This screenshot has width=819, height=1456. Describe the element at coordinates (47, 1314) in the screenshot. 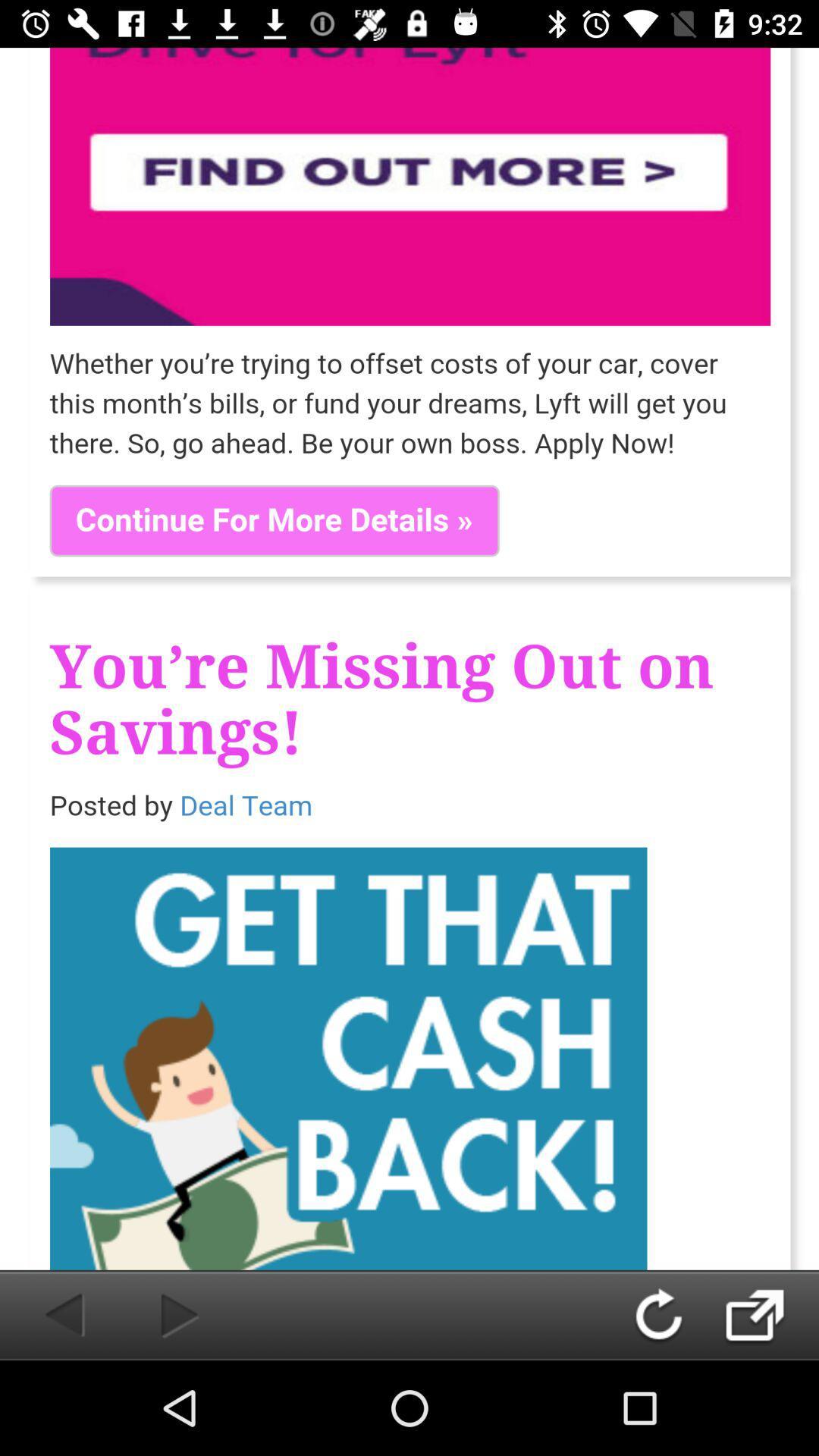

I see `go back` at that location.